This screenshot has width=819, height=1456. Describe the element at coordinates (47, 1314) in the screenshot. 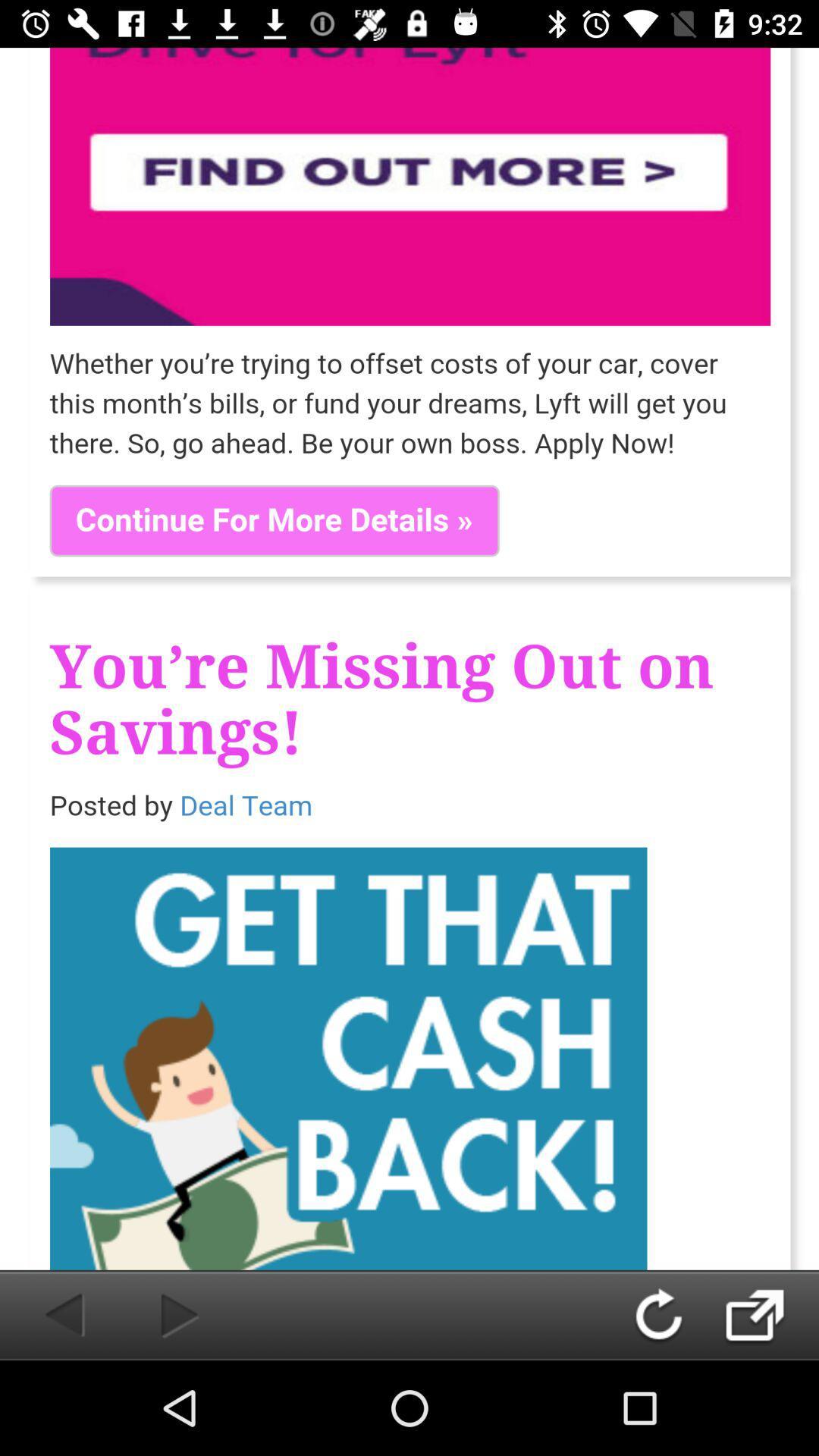

I see `go back` at that location.